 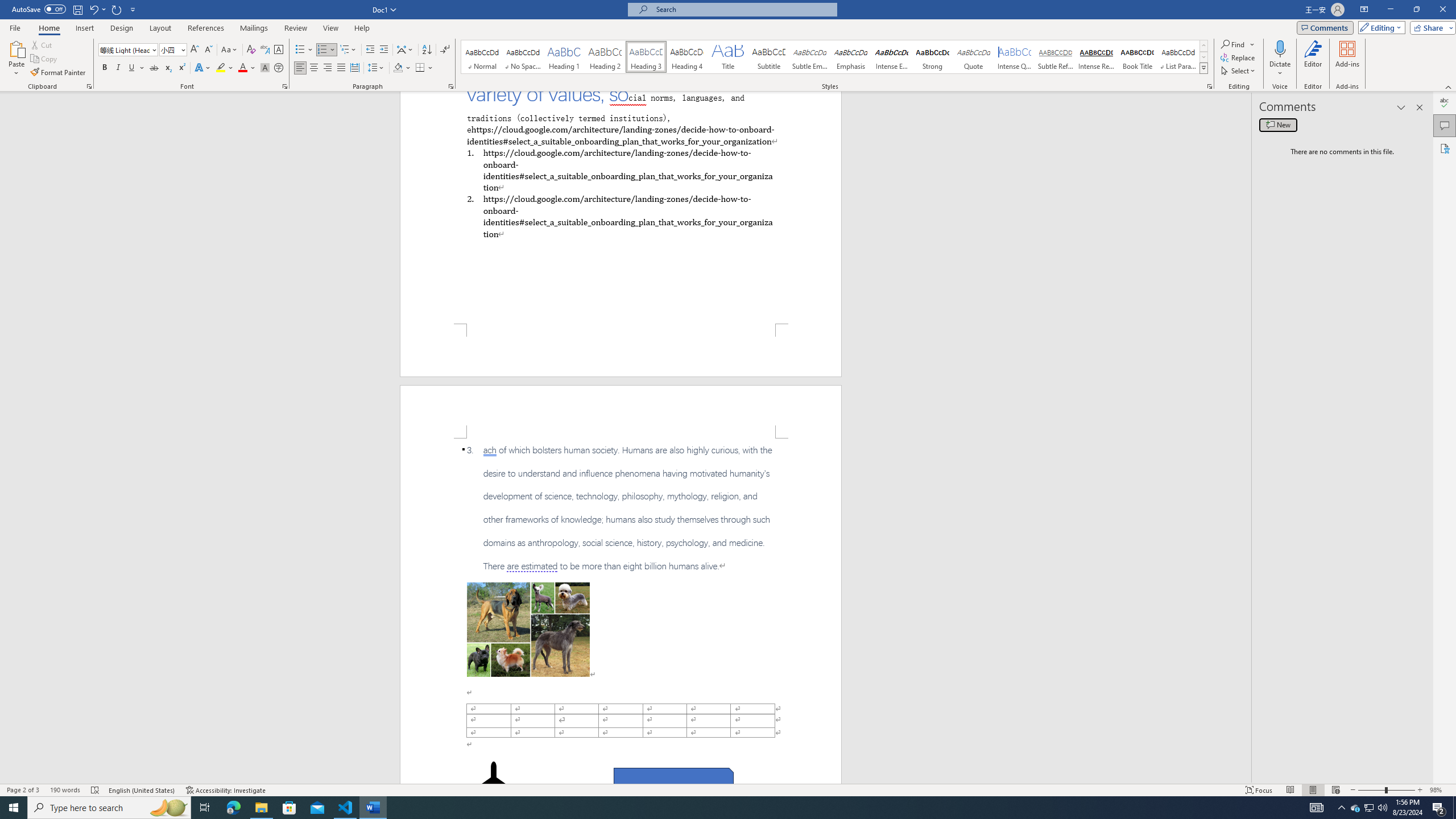 I want to click on 'Row up', so click(x=1203, y=45).